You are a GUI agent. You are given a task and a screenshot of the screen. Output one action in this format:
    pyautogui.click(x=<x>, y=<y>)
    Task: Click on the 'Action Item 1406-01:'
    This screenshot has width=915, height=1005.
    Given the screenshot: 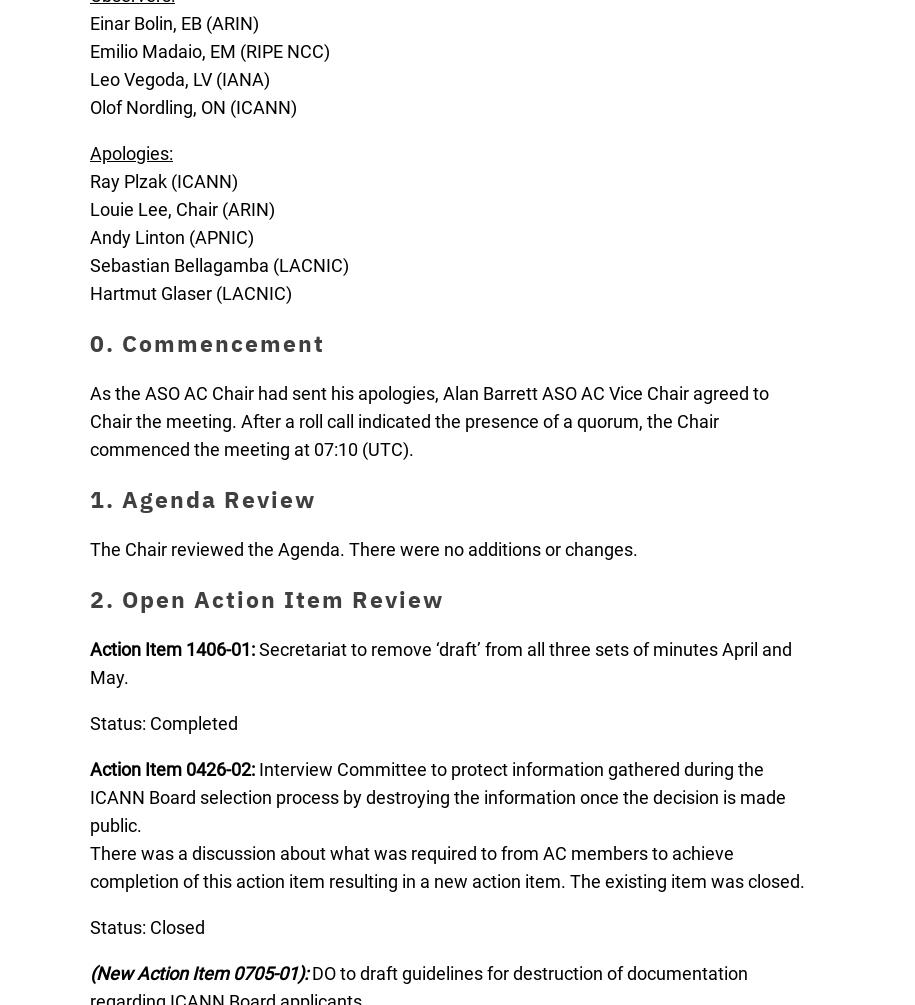 What is the action you would take?
    pyautogui.click(x=89, y=648)
    